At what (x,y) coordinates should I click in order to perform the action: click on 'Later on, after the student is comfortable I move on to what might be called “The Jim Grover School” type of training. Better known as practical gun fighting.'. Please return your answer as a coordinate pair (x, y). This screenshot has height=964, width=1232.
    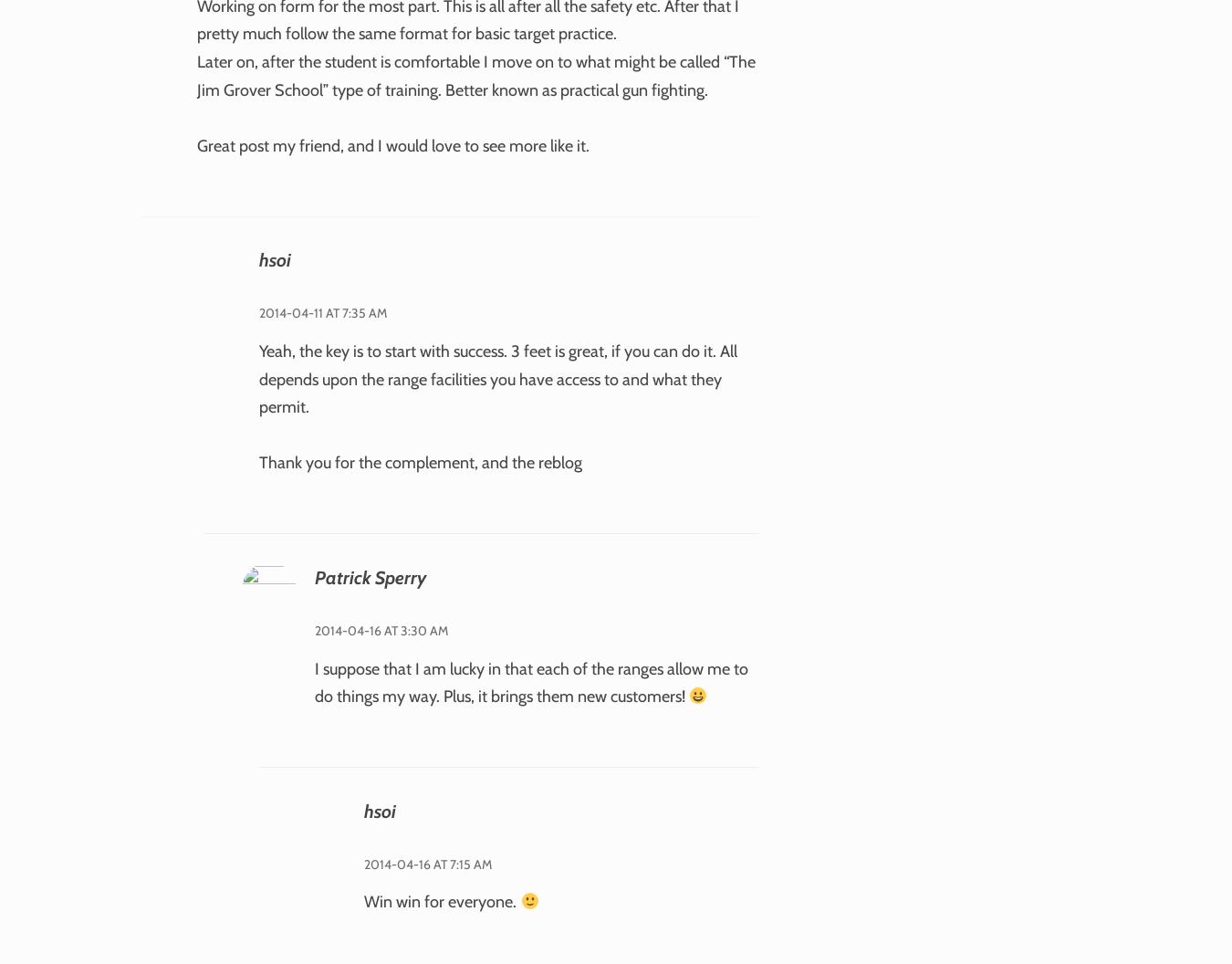
    Looking at the image, I should click on (197, 75).